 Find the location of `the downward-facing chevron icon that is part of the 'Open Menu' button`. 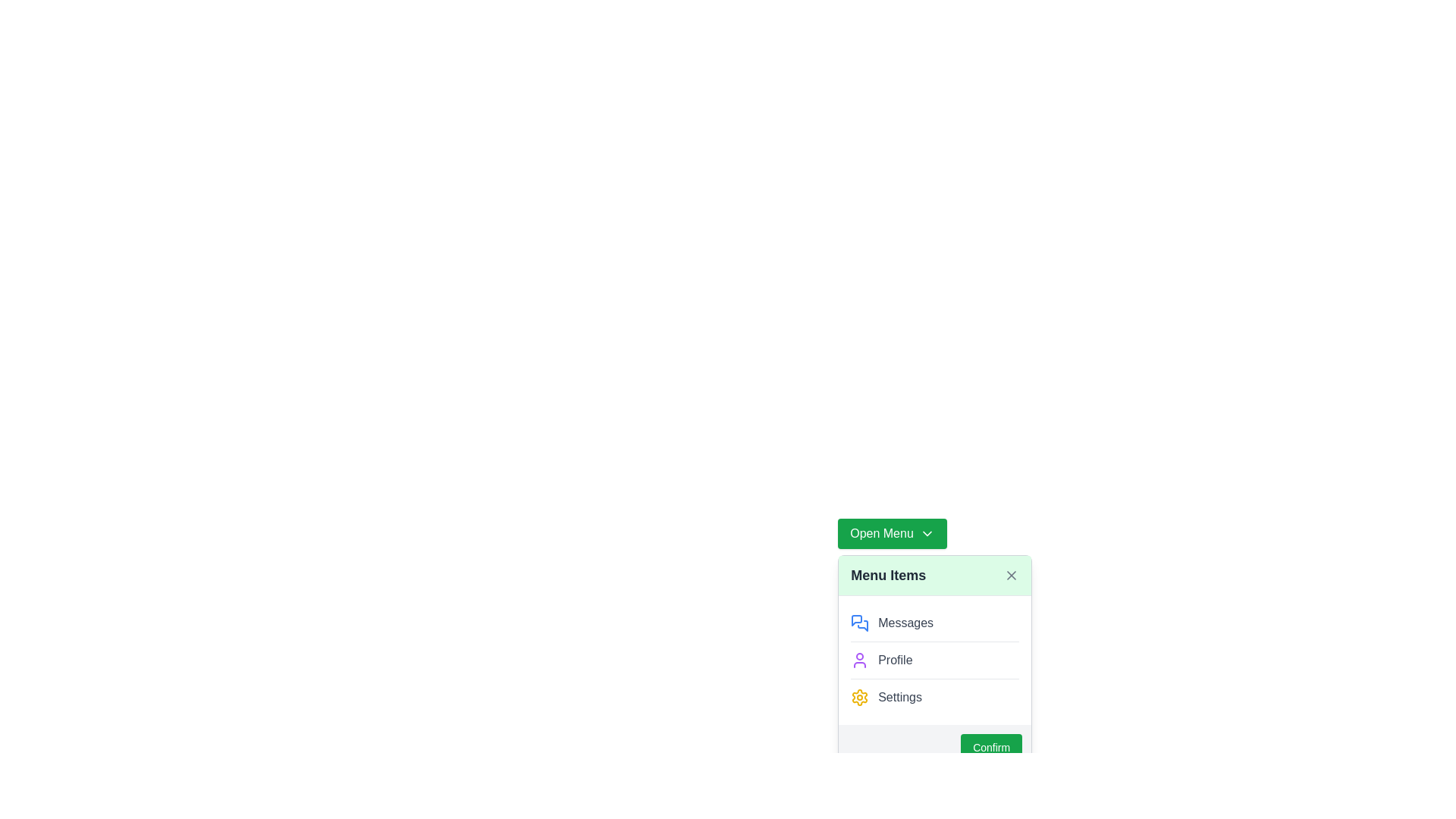

the downward-facing chevron icon that is part of the 'Open Menu' button is located at coordinates (926, 533).